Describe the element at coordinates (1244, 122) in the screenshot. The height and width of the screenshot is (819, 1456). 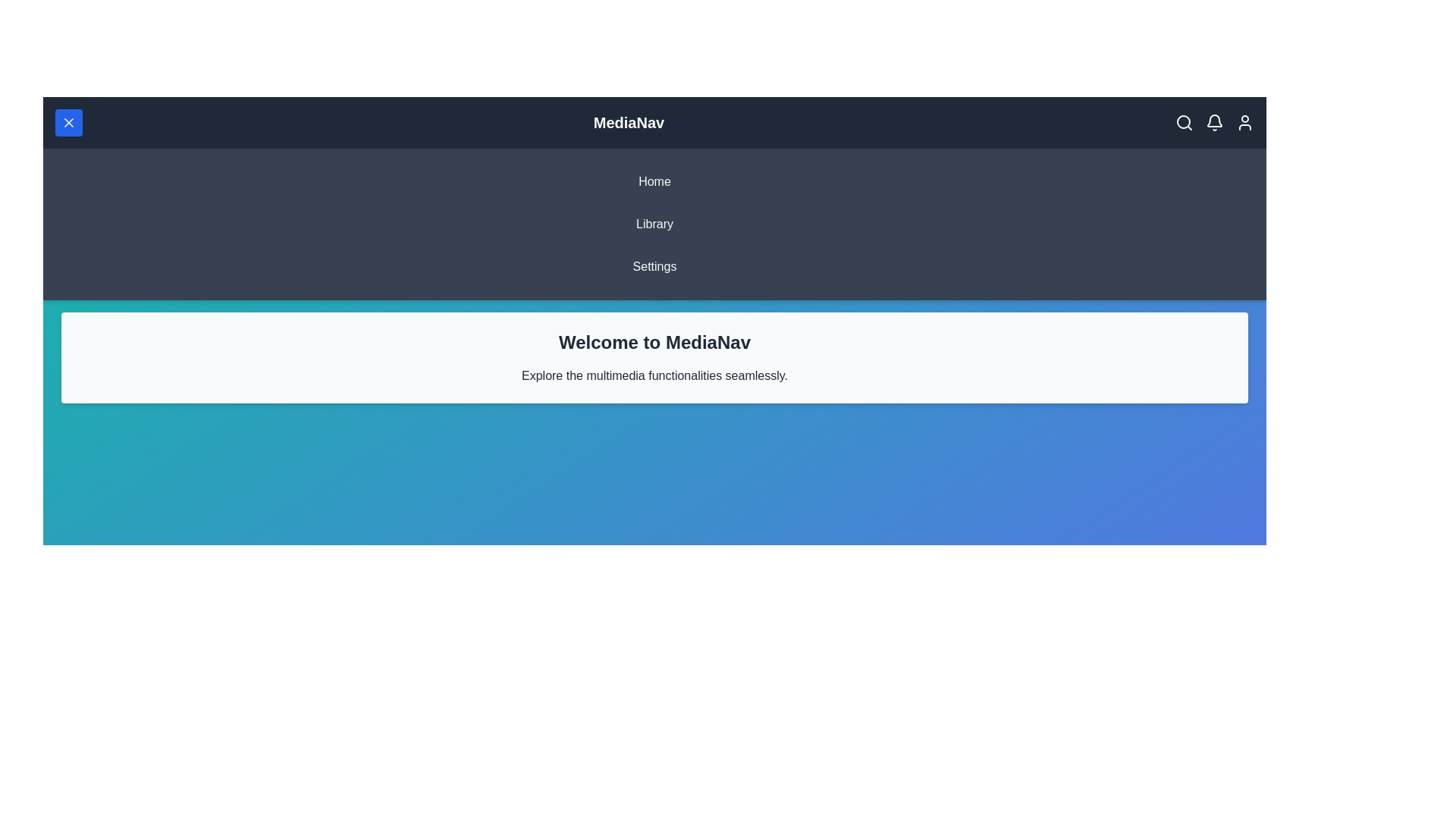
I see `the 'User Profile' icon` at that location.